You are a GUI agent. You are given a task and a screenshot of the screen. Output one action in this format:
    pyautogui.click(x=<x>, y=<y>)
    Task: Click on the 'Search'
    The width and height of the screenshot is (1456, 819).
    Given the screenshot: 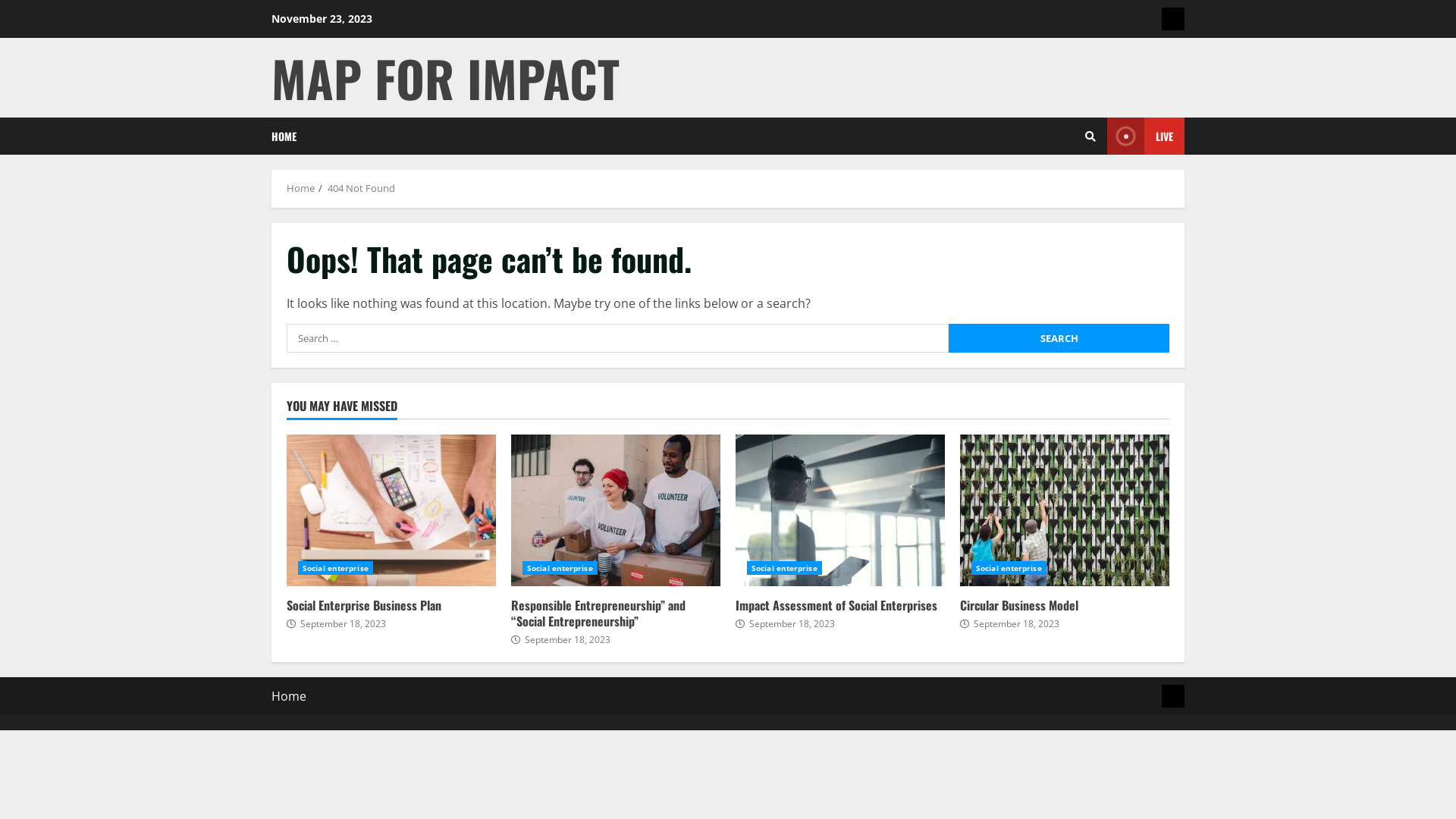 What is the action you would take?
    pyautogui.click(x=1058, y=337)
    